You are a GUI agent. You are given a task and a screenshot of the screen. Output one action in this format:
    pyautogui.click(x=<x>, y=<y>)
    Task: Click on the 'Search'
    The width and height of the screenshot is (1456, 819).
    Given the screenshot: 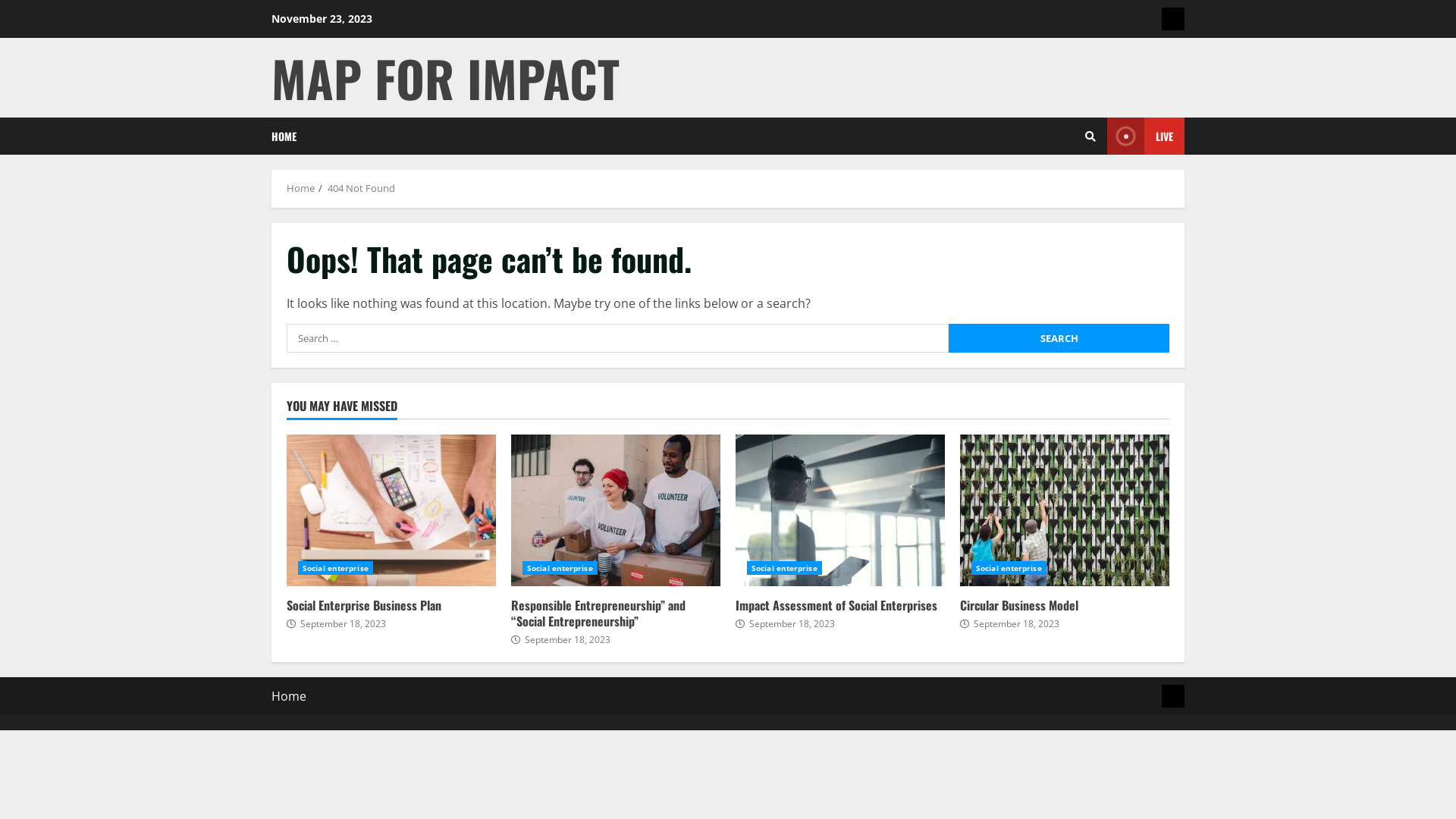 What is the action you would take?
    pyautogui.click(x=1058, y=337)
    